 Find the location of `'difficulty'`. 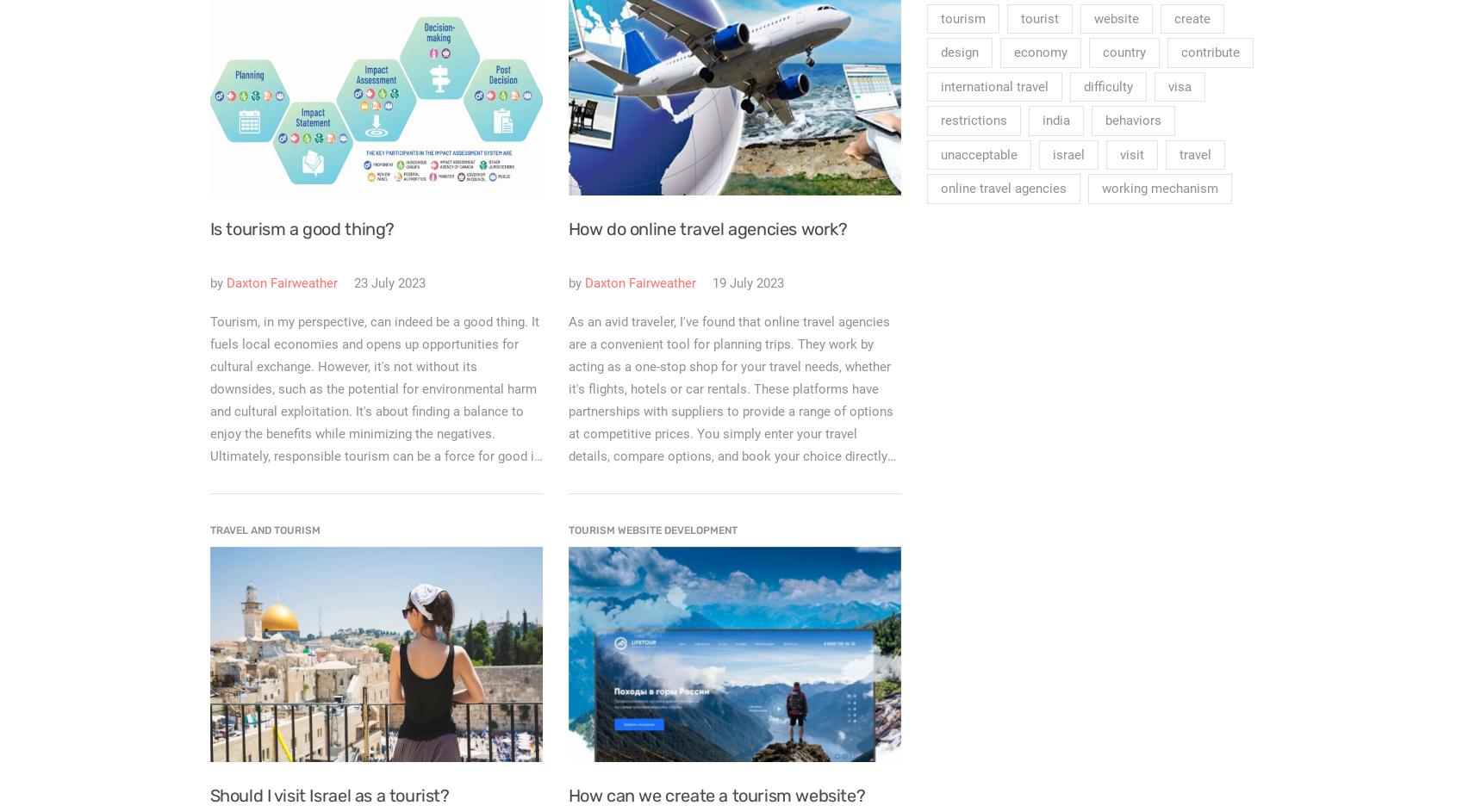

'difficulty' is located at coordinates (1107, 84).